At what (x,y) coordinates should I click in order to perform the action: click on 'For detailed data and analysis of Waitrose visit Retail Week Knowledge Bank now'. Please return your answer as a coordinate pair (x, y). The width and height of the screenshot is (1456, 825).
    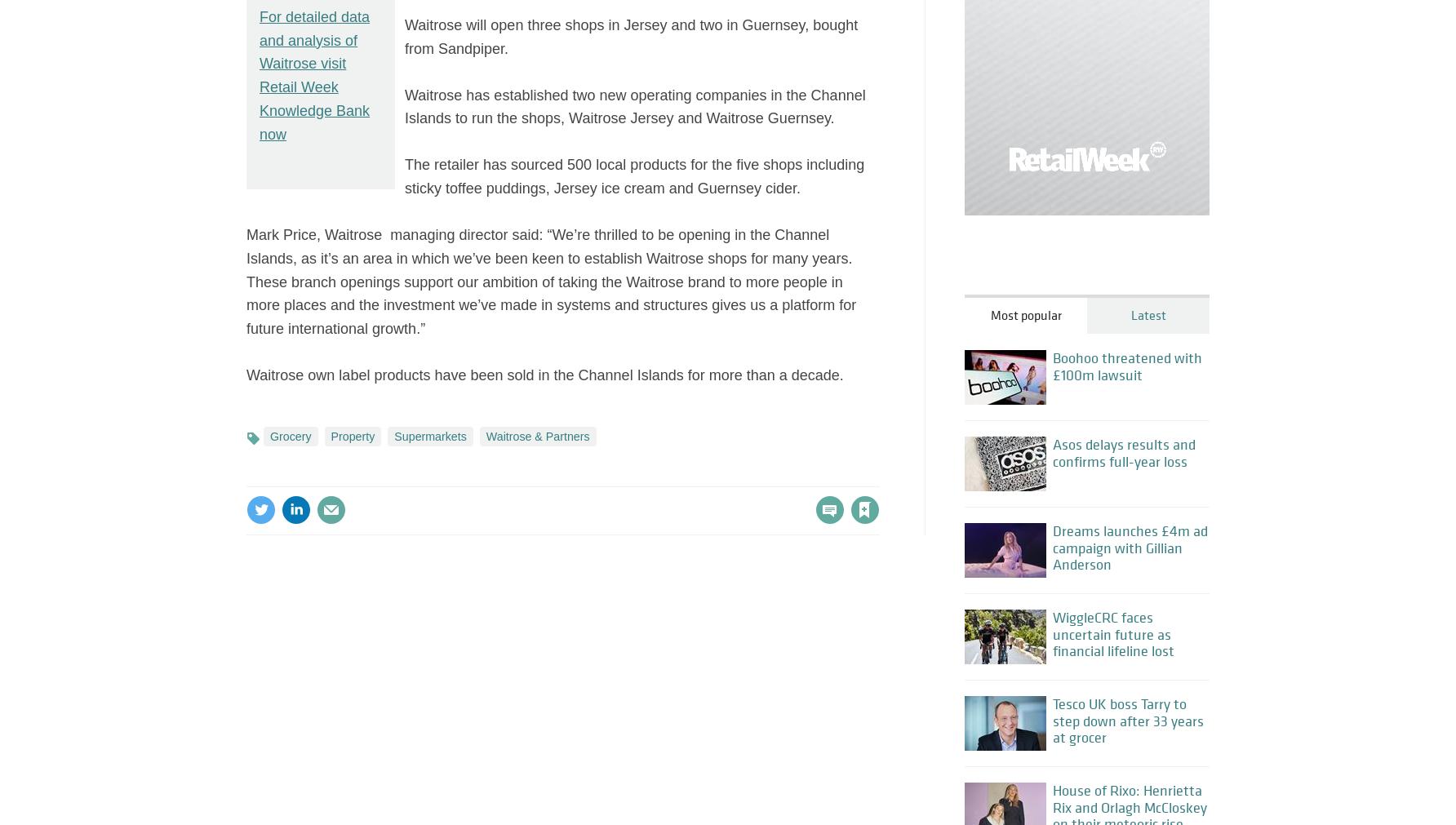
    Looking at the image, I should click on (313, 74).